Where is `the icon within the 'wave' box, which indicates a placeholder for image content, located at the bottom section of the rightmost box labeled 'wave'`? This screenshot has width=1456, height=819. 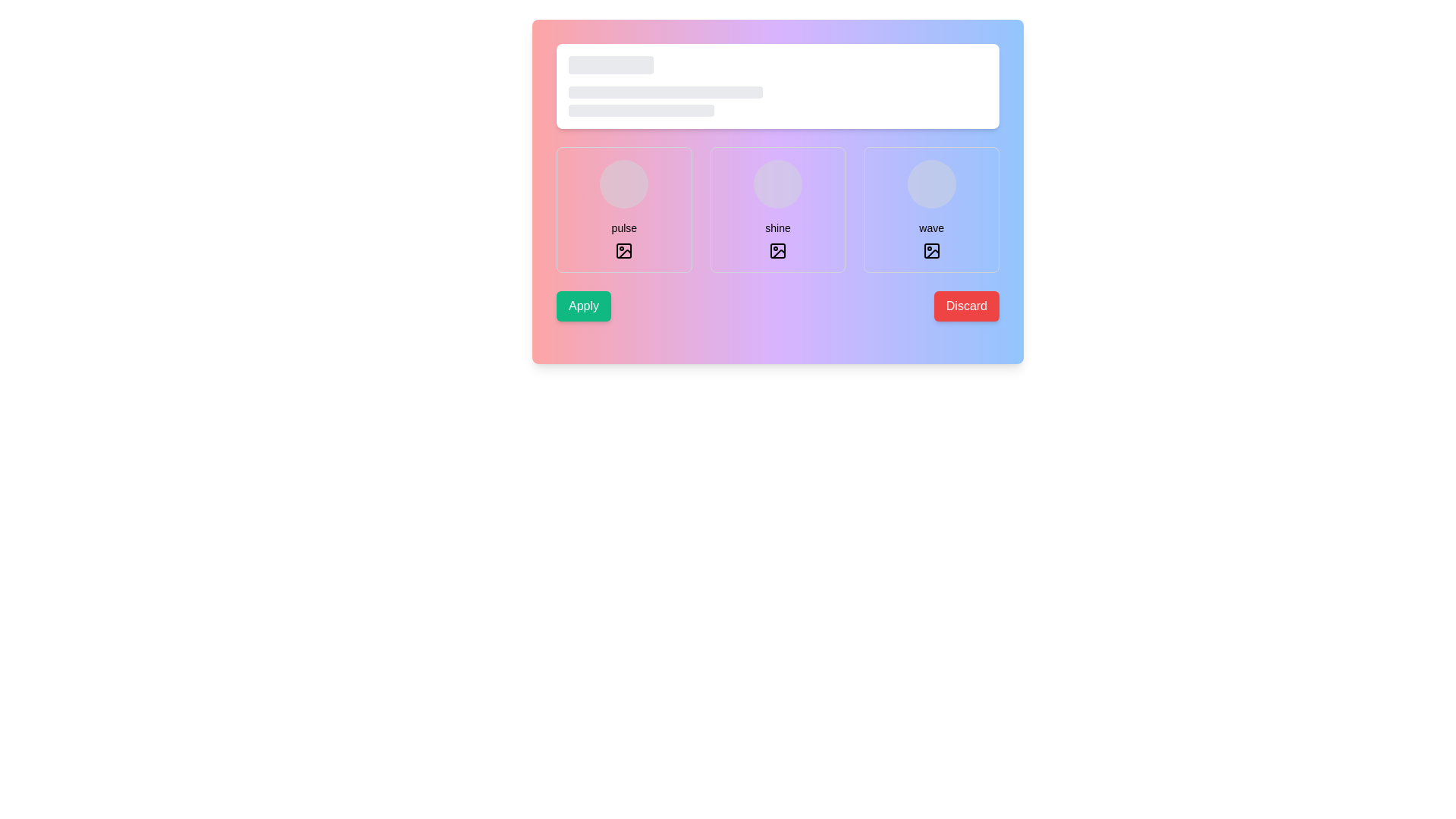
the icon within the 'wave' box, which indicates a placeholder for image content, located at the bottom section of the rightmost box labeled 'wave' is located at coordinates (930, 250).